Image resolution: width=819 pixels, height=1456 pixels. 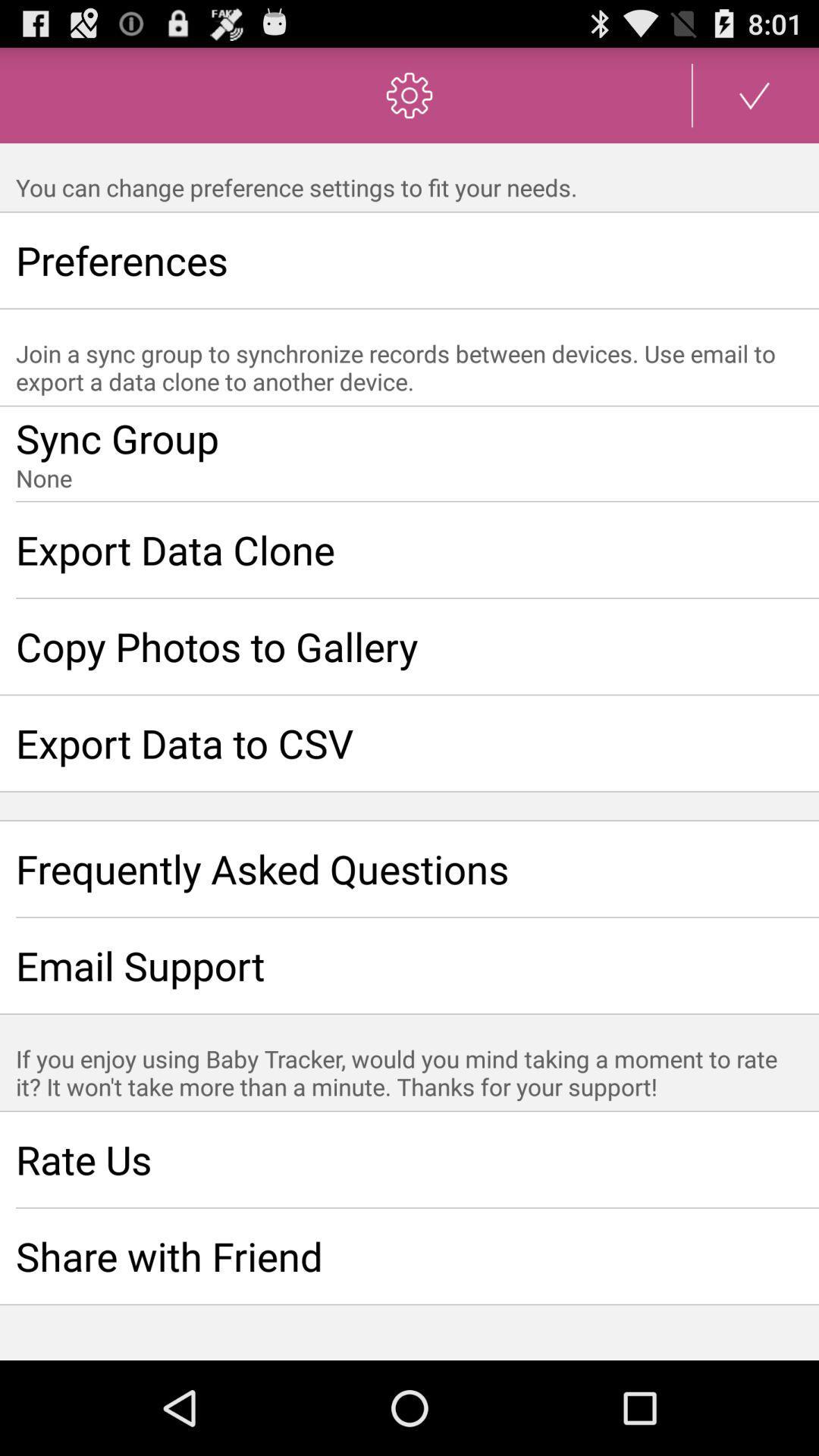 What do you see at coordinates (755, 101) in the screenshot?
I see `the check icon` at bounding box center [755, 101].